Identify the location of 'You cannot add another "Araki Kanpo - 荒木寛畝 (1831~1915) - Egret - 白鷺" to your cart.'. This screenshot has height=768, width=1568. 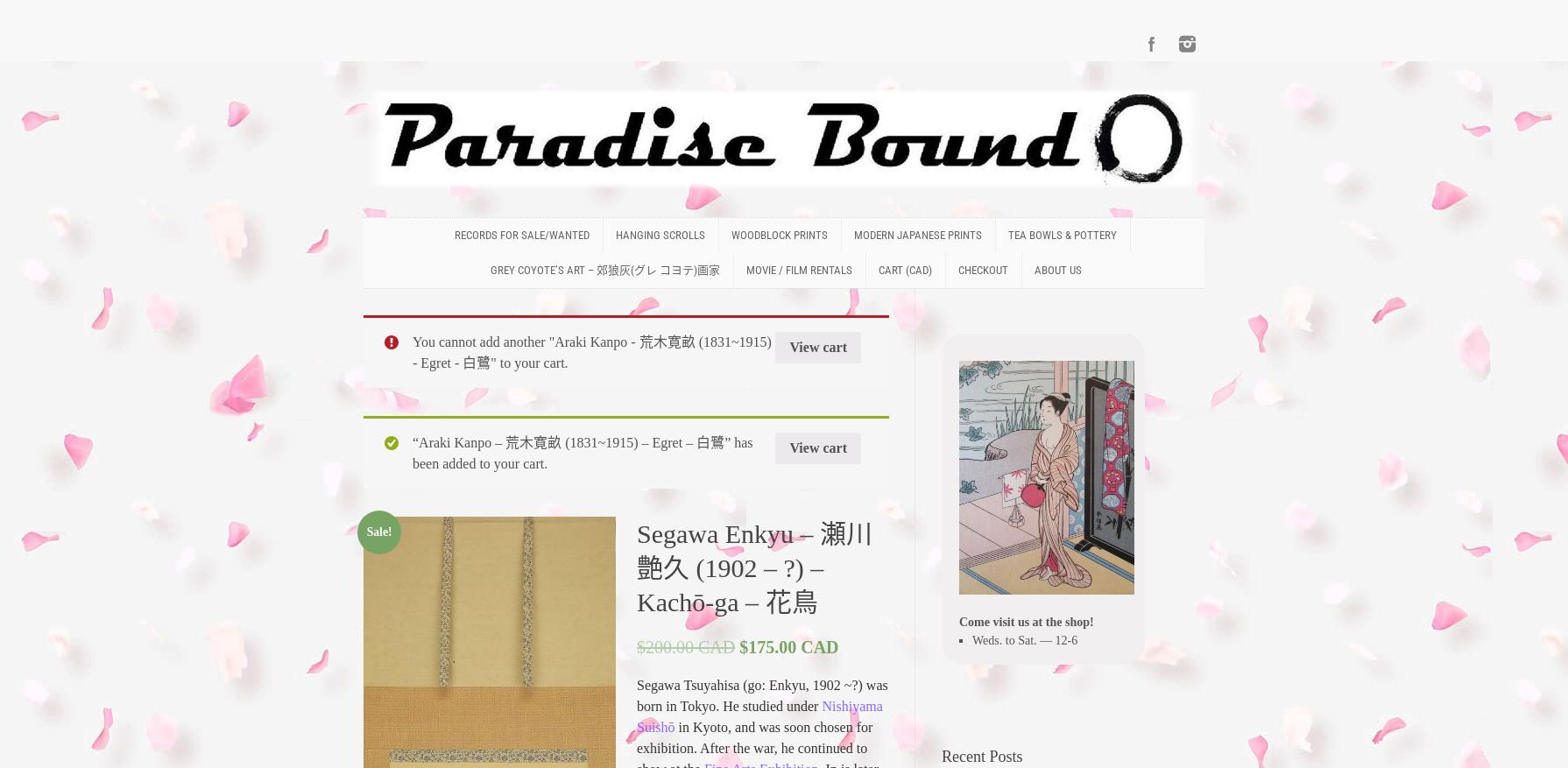
(411, 351).